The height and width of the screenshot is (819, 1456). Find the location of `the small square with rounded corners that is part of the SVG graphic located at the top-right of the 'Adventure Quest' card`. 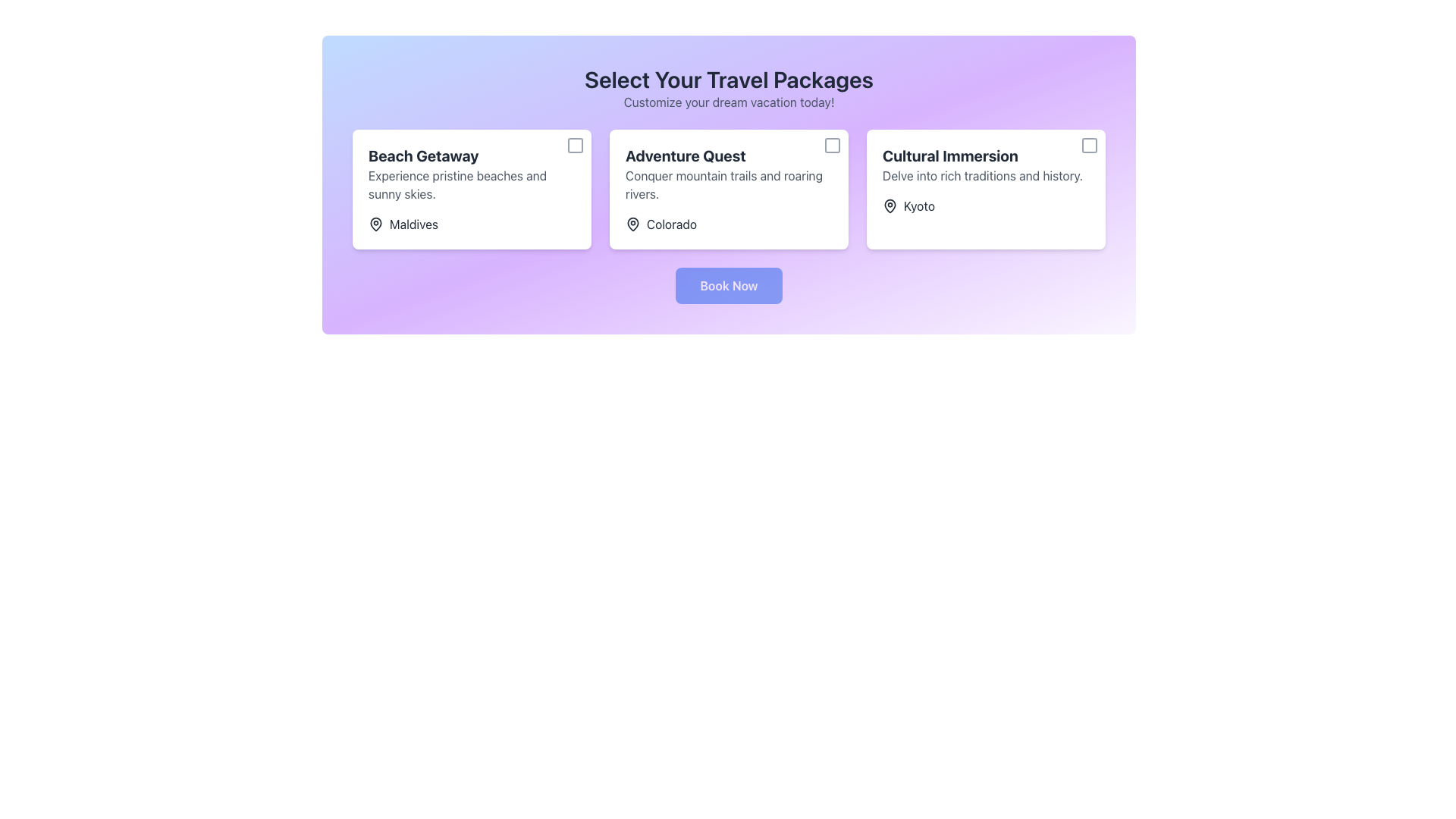

the small square with rounded corners that is part of the SVG graphic located at the top-right of the 'Adventure Quest' card is located at coordinates (832, 146).